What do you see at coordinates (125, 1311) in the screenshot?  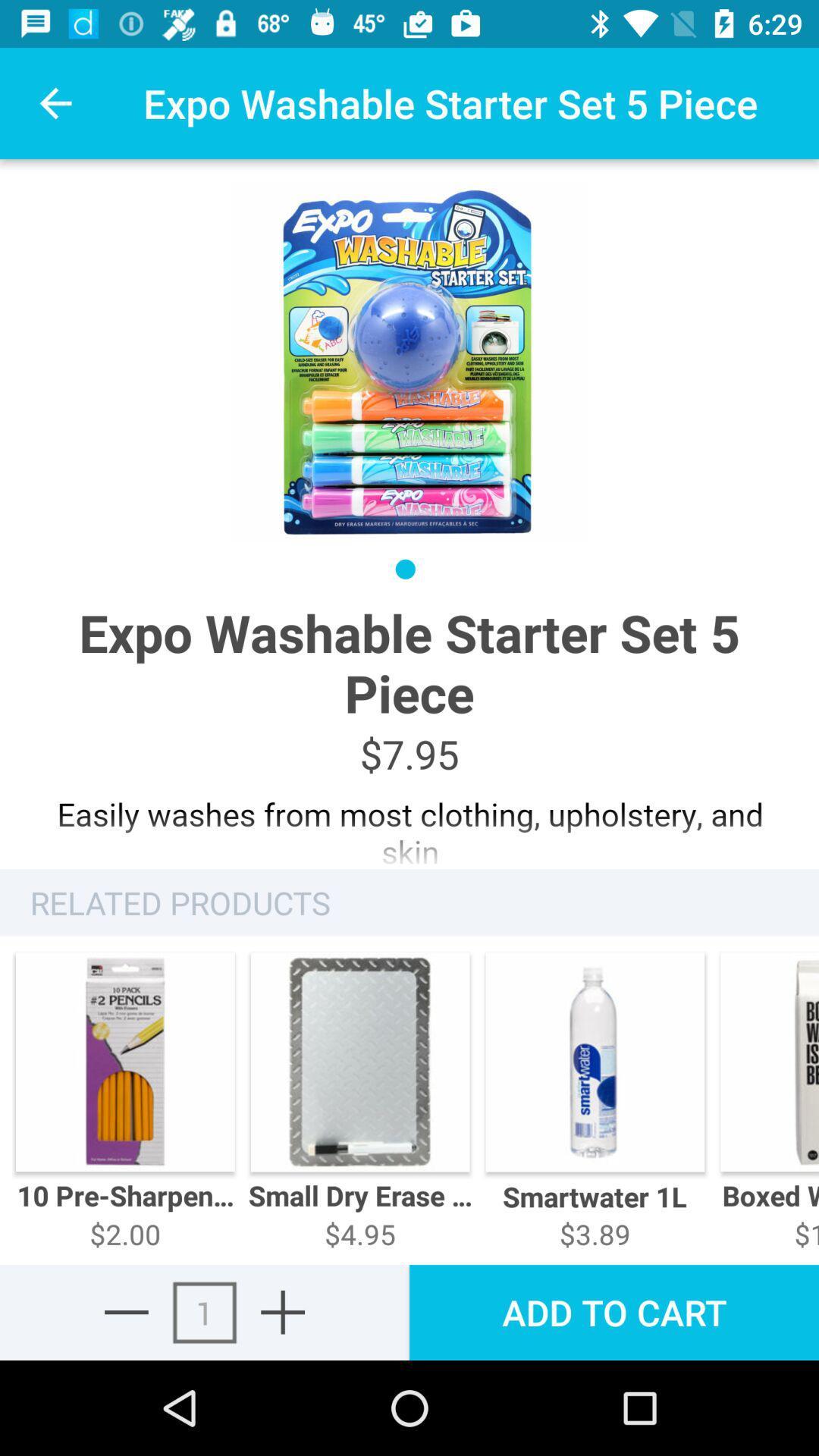 I see `reduce number in cart` at bounding box center [125, 1311].